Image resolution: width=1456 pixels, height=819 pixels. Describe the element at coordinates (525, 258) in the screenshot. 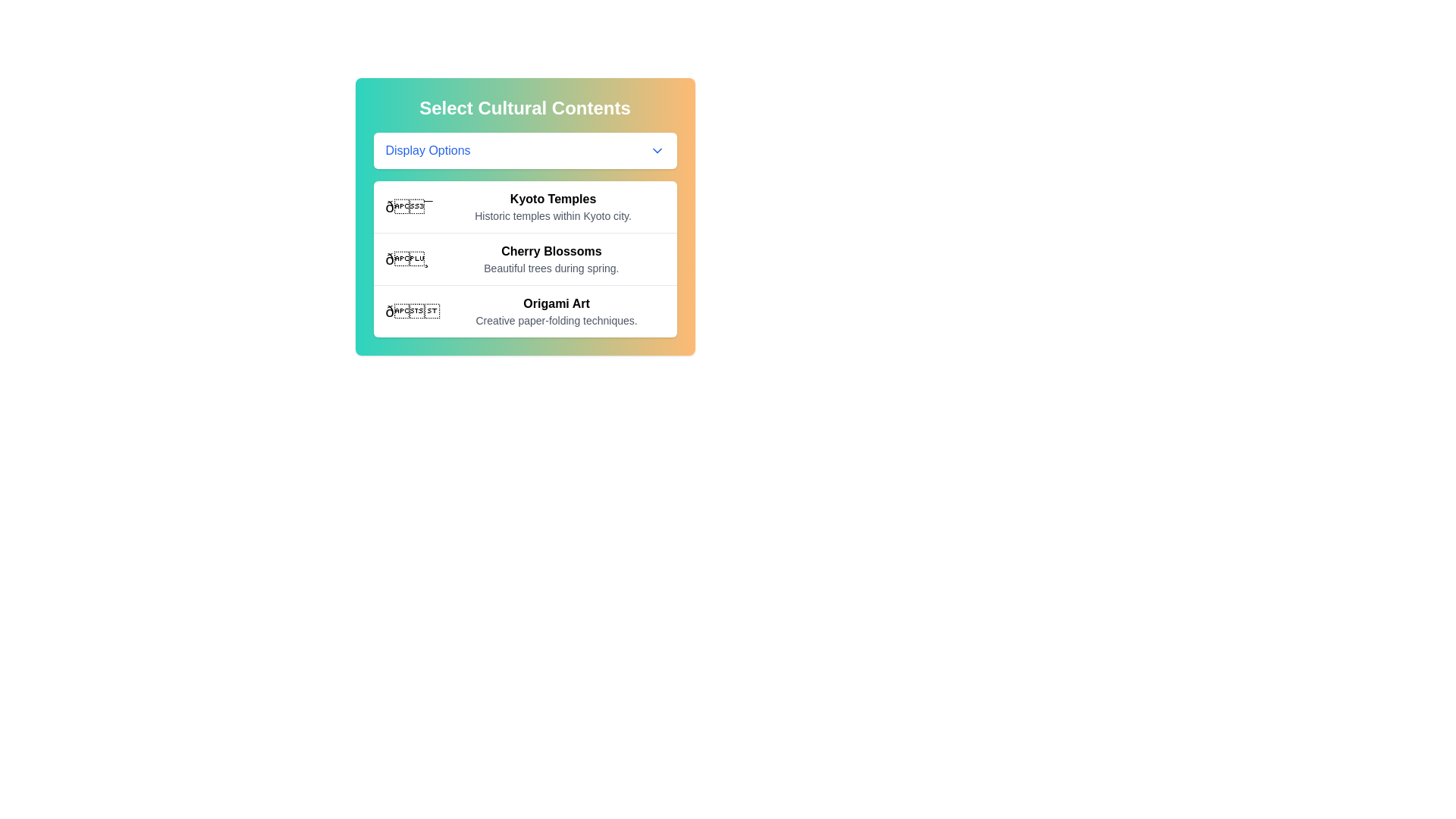

I see `the second entry in the cultural content selection list, which provides information about cherry blossoms` at that location.